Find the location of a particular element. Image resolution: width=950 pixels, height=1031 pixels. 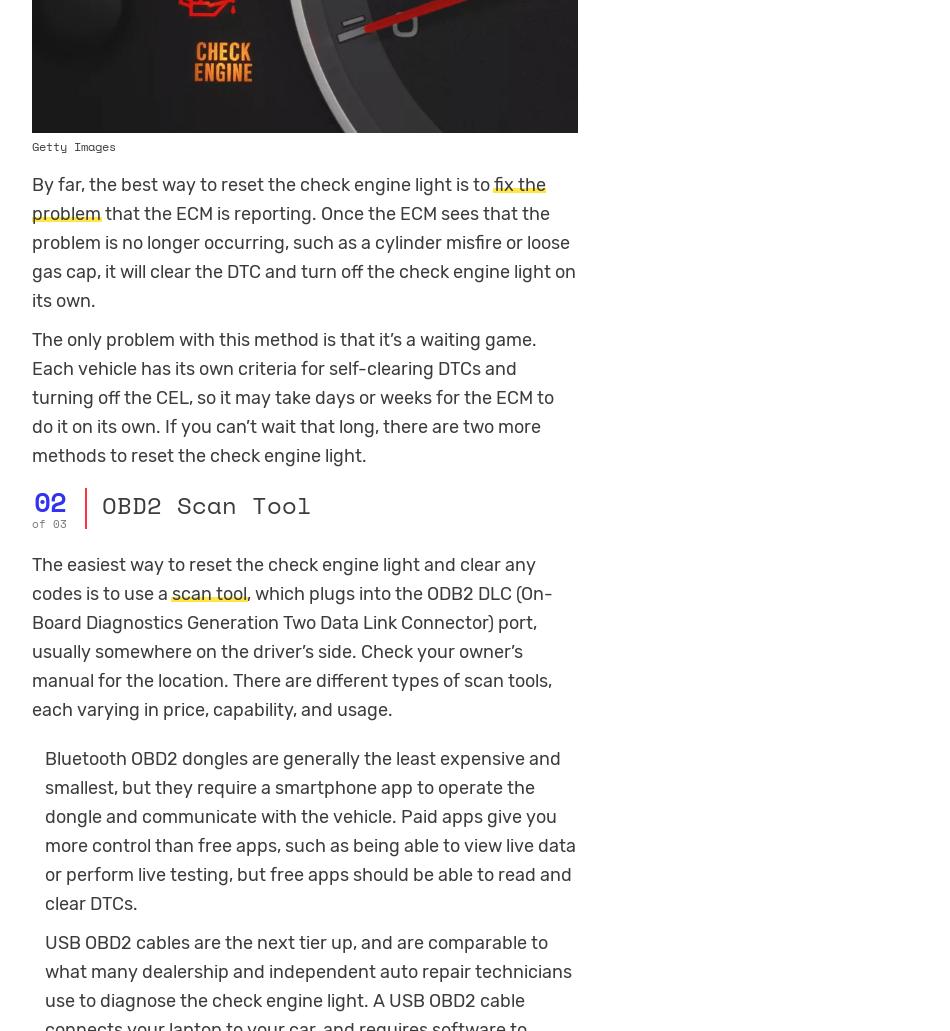

'fix the problem' is located at coordinates (287, 197).